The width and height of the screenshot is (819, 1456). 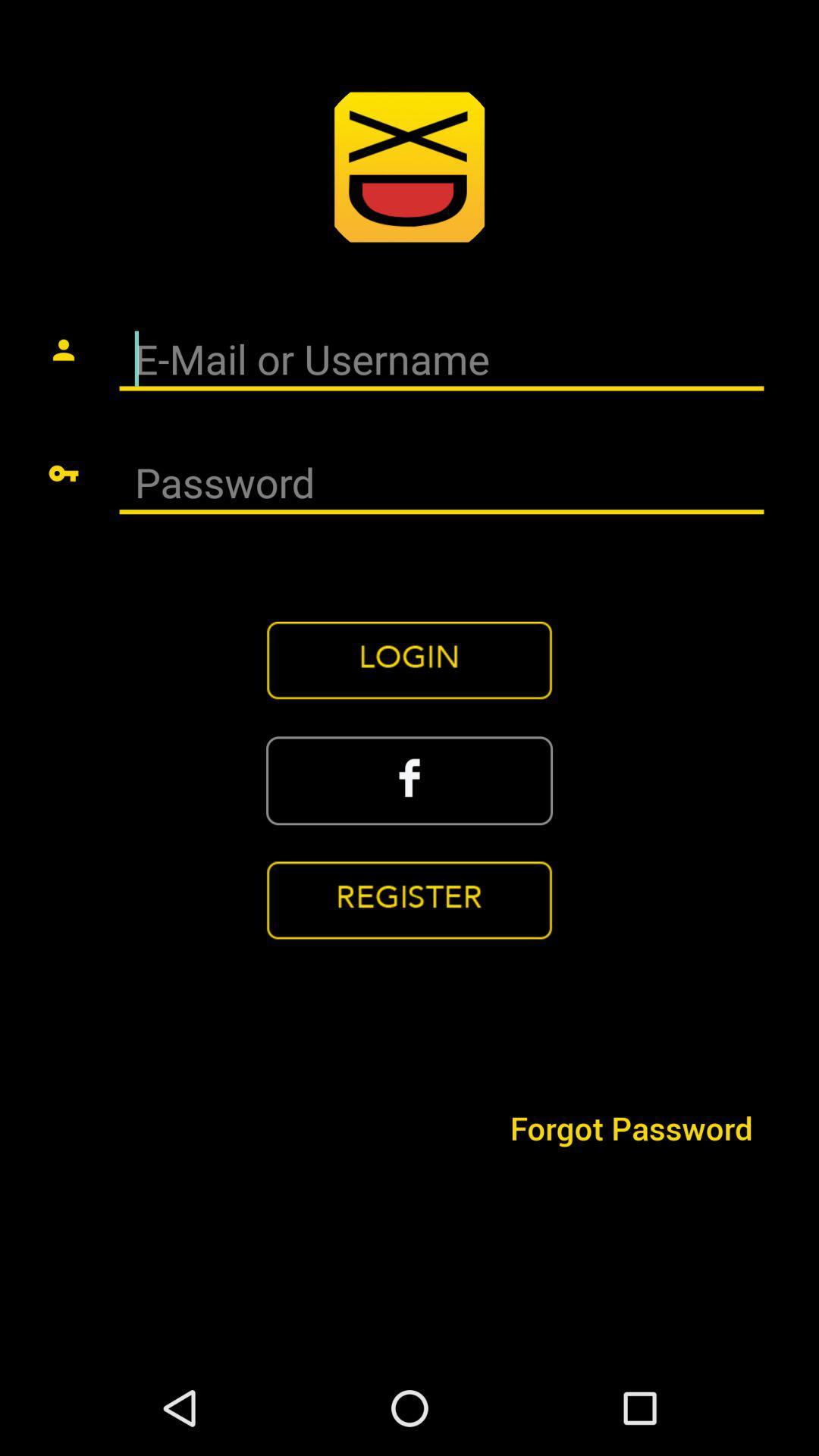 What do you see at coordinates (631, 1128) in the screenshot?
I see `icon at the bottom right corner` at bounding box center [631, 1128].